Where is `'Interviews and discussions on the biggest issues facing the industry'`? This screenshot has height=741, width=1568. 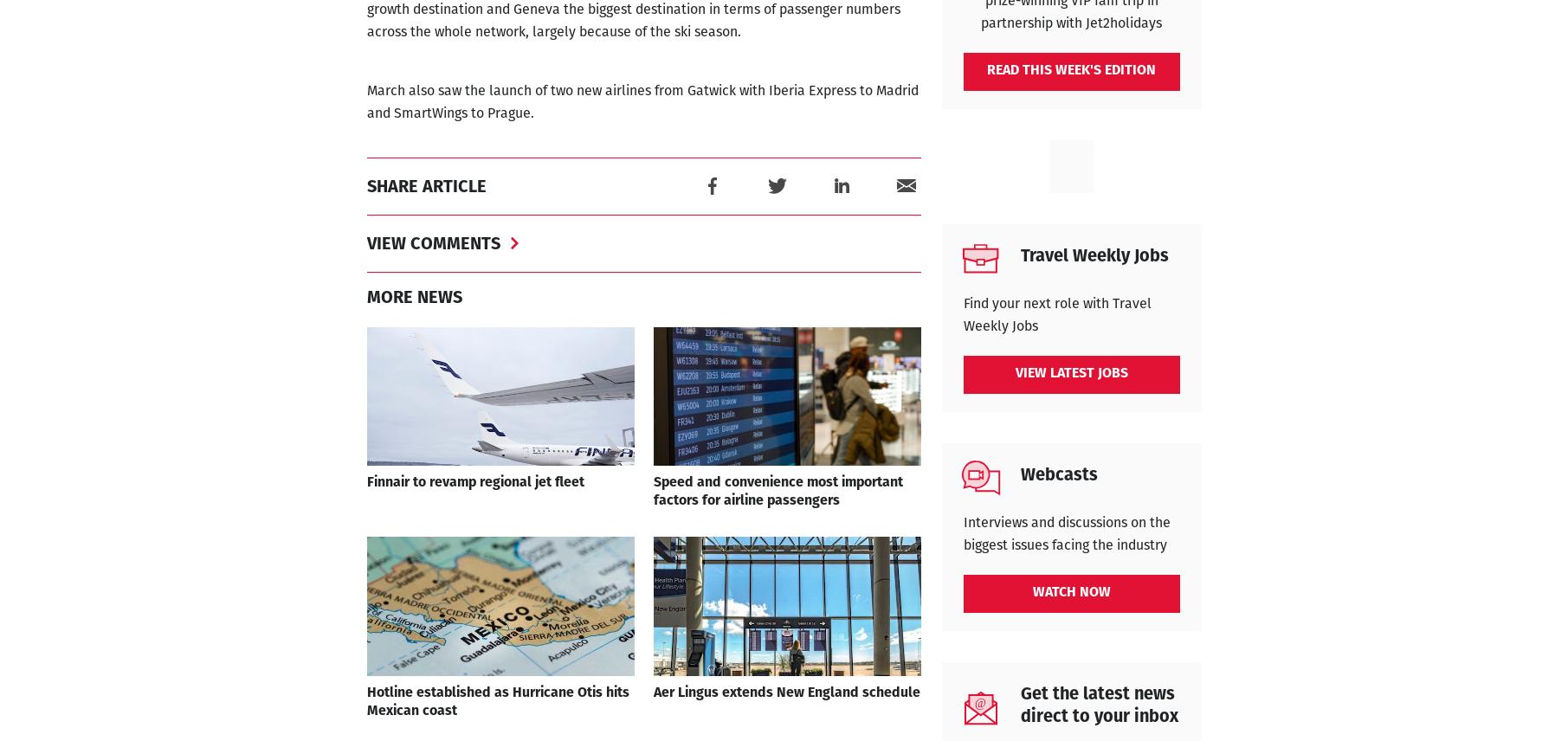 'Interviews and discussions on the biggest issues facing the industry' is located at coordinates (961, 534).